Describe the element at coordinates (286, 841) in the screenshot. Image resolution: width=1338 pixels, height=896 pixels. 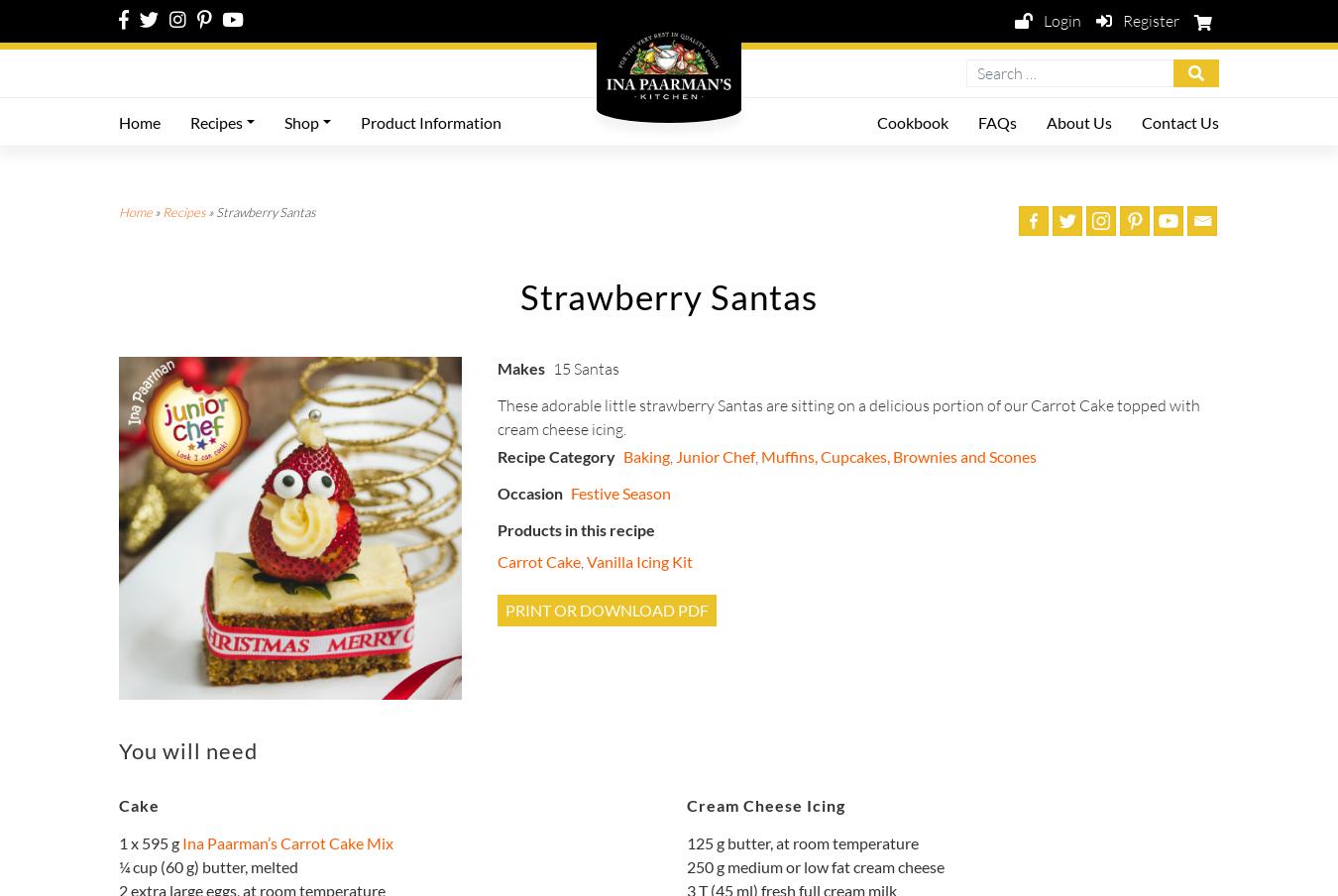
I see `'Ina Paarman’s Carrot Cake Mix'` at that location.